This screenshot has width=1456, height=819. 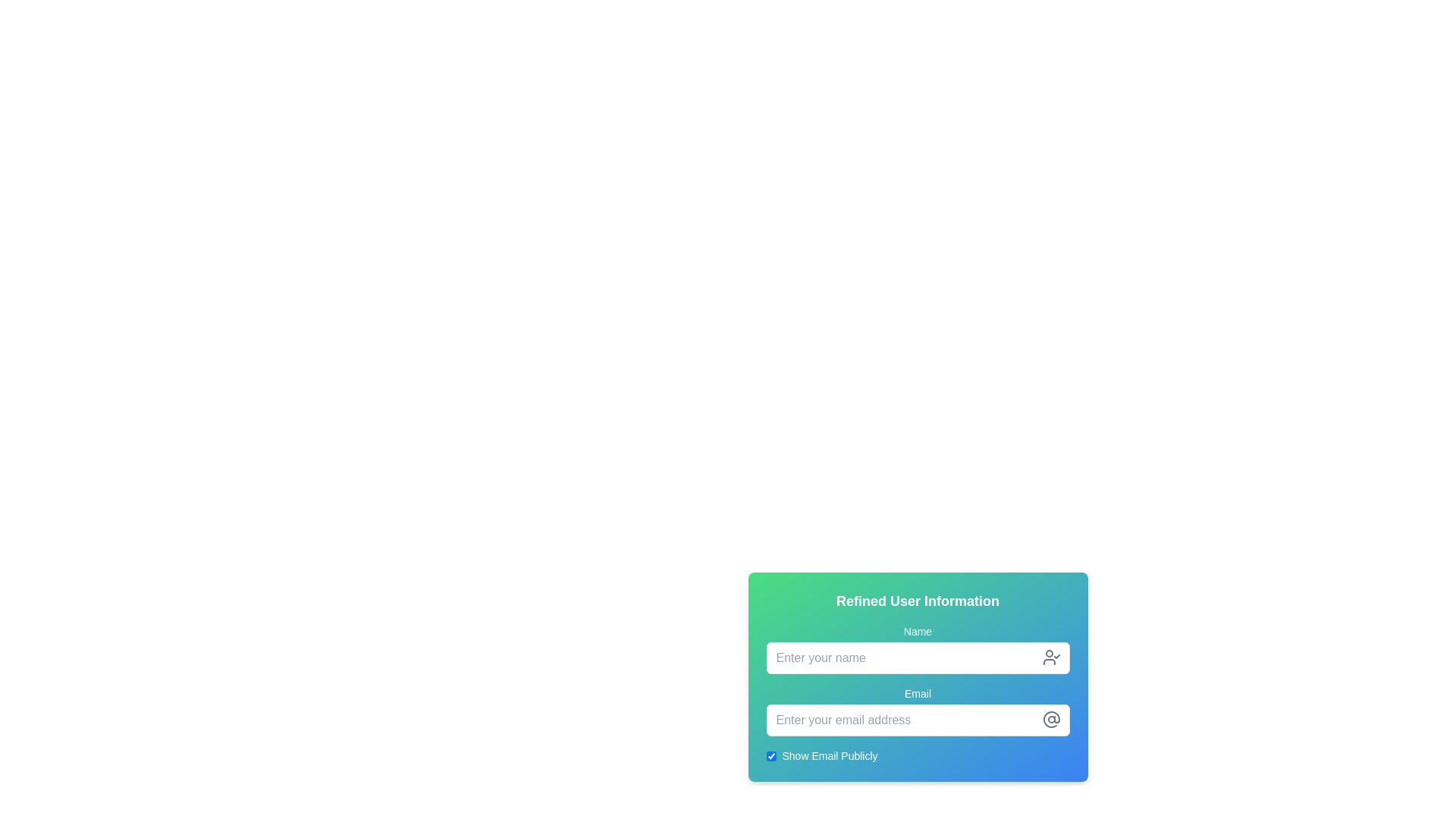 I want to click on the '@' icon styled in gray, located inside the 'Email' input field in the 'Refined User Information' form, so click(x=1050, y=718).